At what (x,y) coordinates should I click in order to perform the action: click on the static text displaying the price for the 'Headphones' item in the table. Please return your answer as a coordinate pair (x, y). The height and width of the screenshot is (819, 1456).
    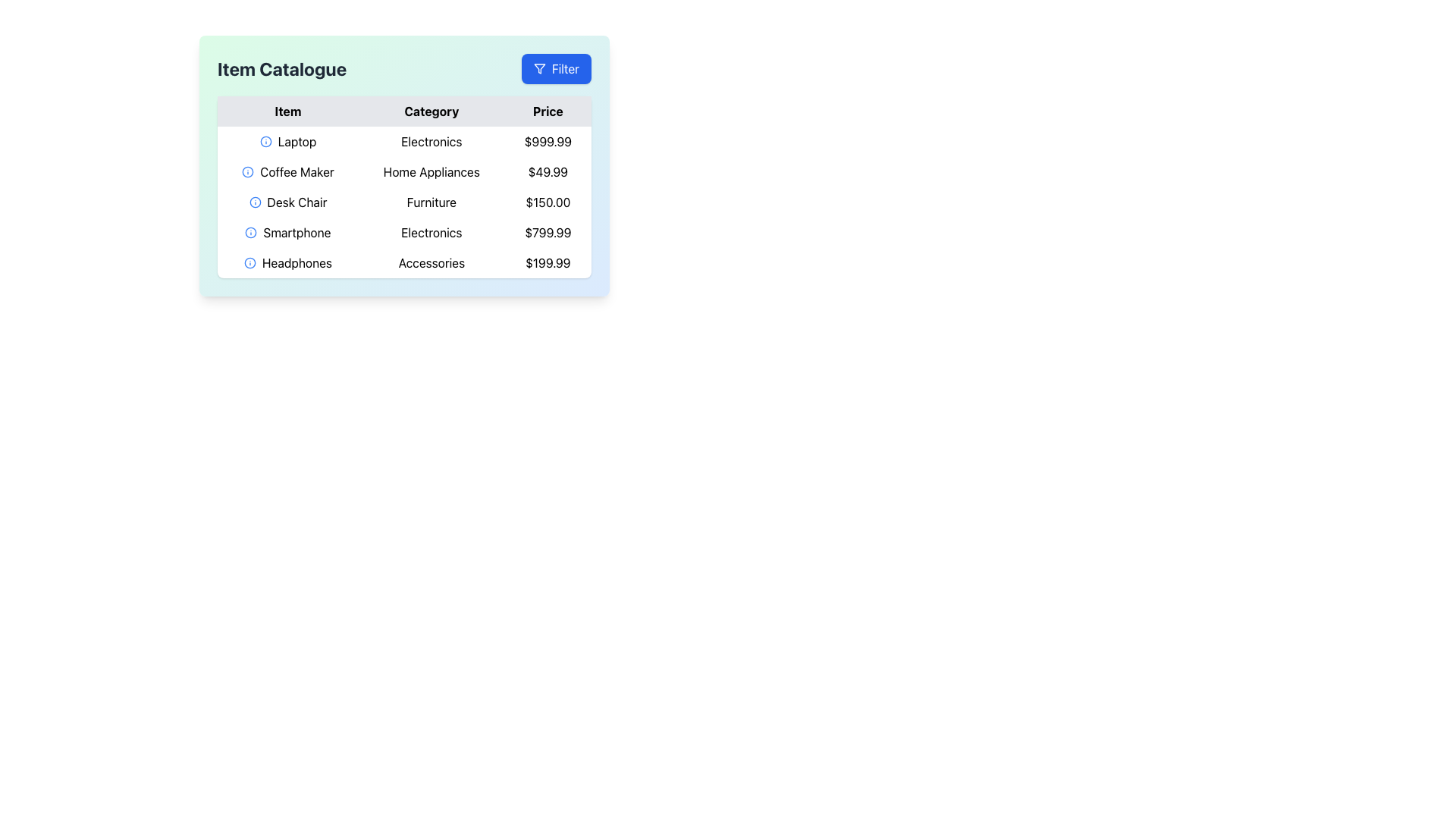
    Looking at the image, I should click on (547, 262).